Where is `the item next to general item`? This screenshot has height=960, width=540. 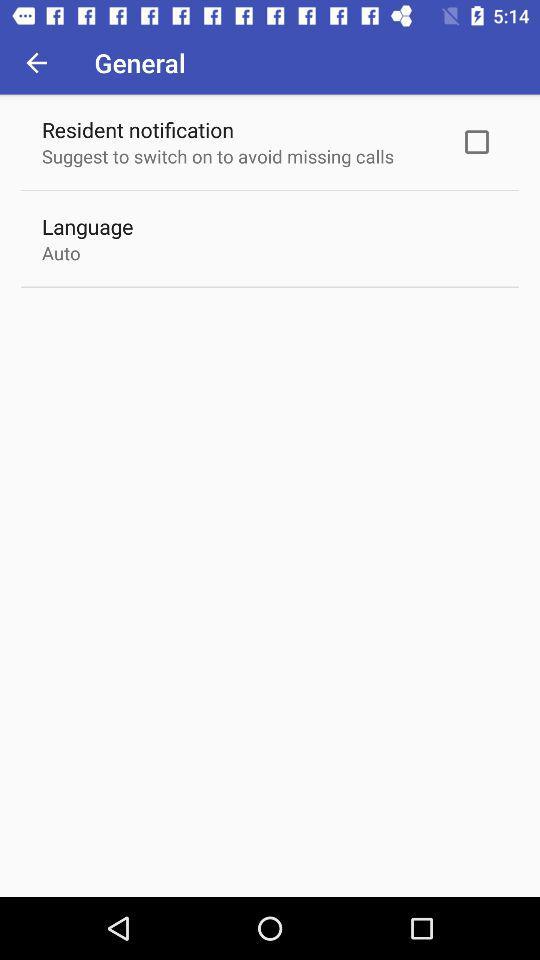
the item next to general item is located at coordinates (36, 62).